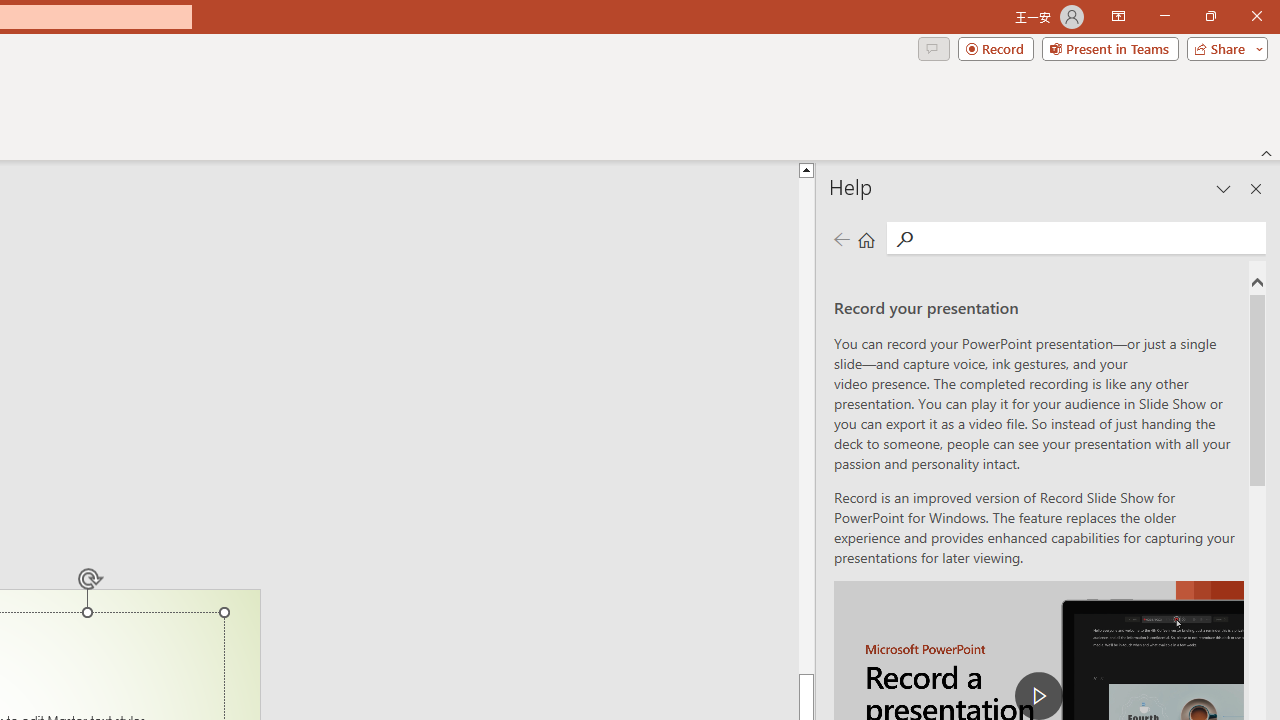 The height and width of the screenshot is (720, 1280). What do you see at coordinates (1164, 16) in the screenshot?
I see `'Minimize'` at bounding box center [1164, 16].